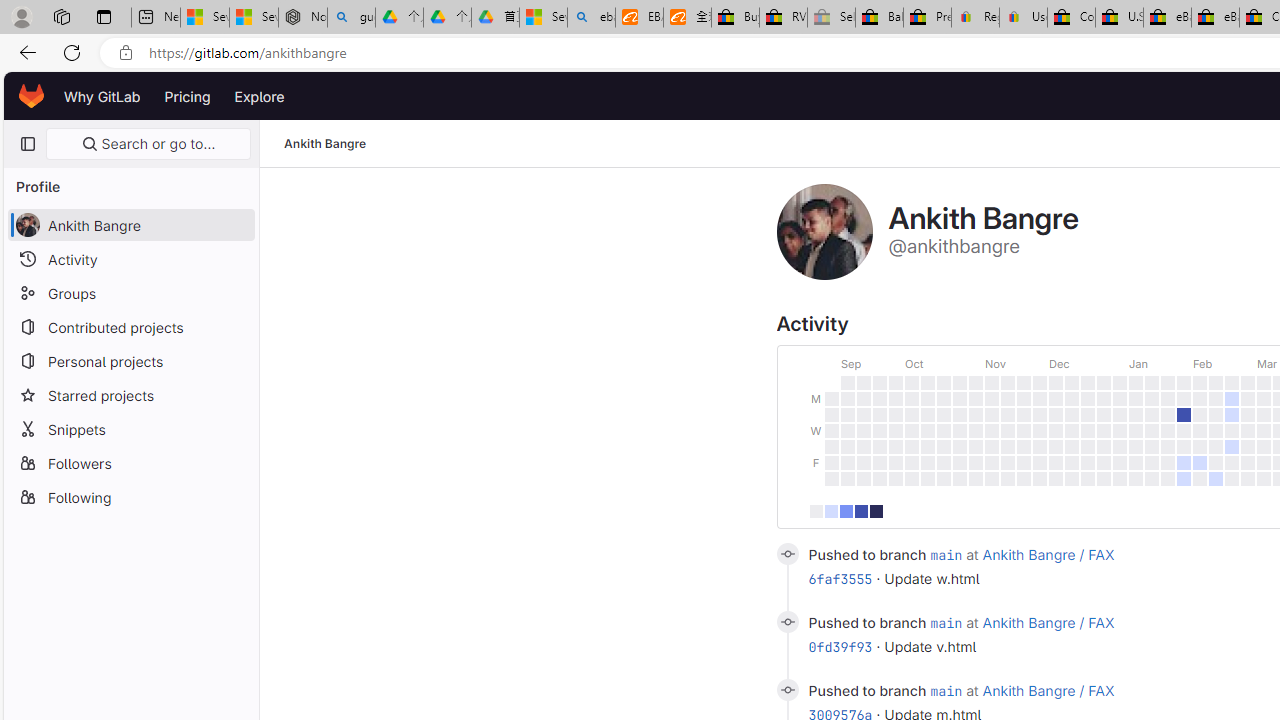 This screenshot has width=1280, height=720. I want to click on 'Press Room - eBay Inc.', so click(926, 17).